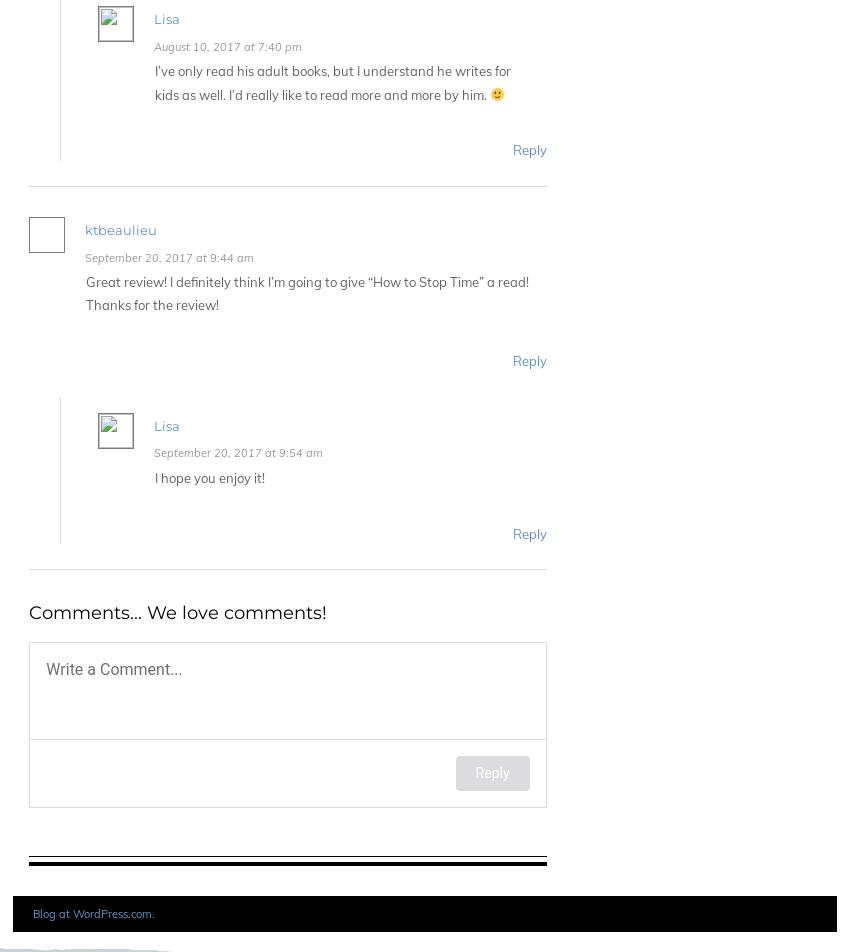 The image size is (850, 952). I want to click on 'I’ve only read his adult books, but I understand he writes for kids as well. I’d really like to read more and more by him.', so click(333, 82).